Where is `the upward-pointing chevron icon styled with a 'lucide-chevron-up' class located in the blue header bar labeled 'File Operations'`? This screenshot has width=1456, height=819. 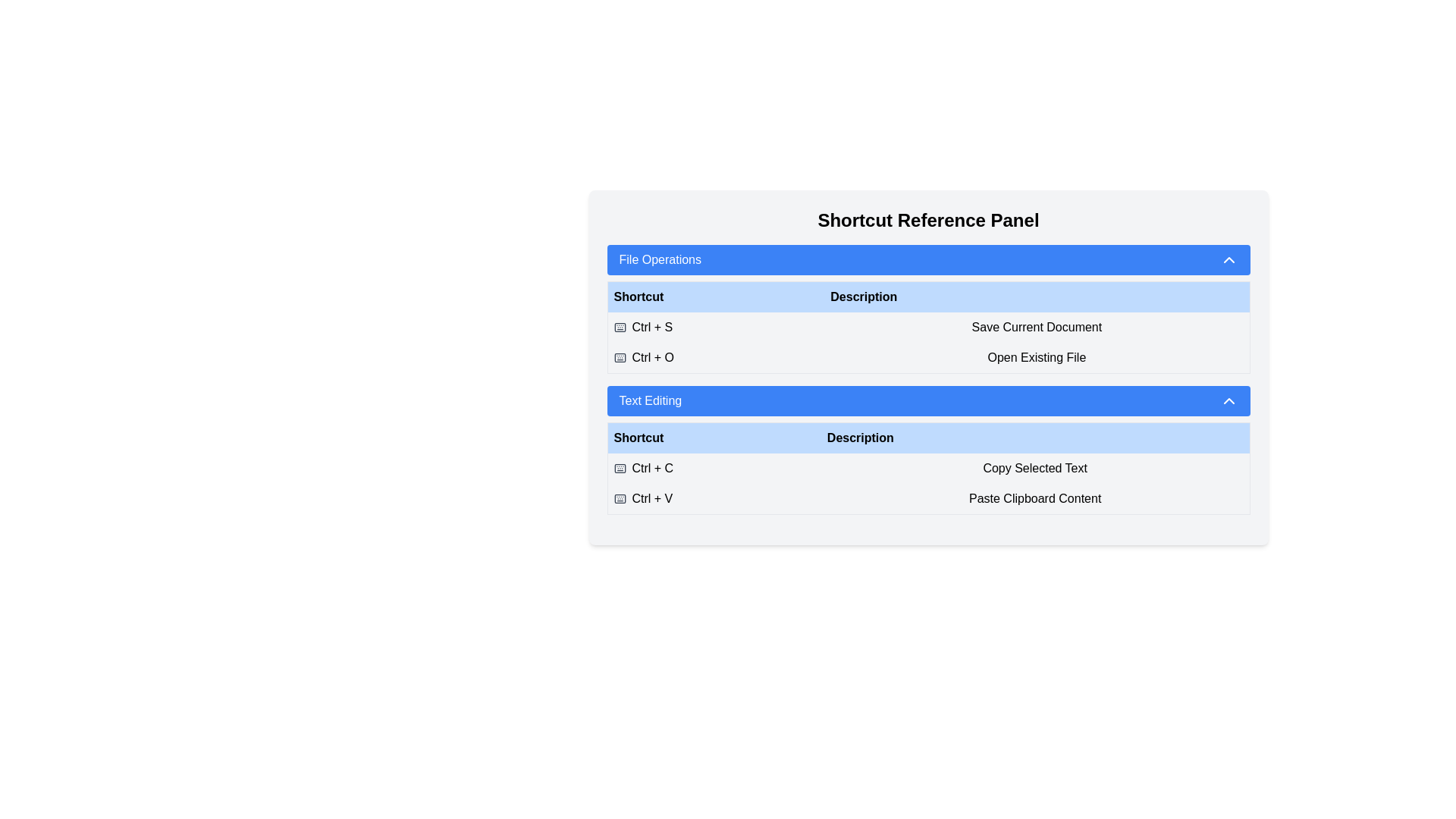 the upward-pointing chevron icon styled with a 'lucide-chevron-up' class located in the blue header bar labeled 'File Operations' is located at coordinates (1228, 259).